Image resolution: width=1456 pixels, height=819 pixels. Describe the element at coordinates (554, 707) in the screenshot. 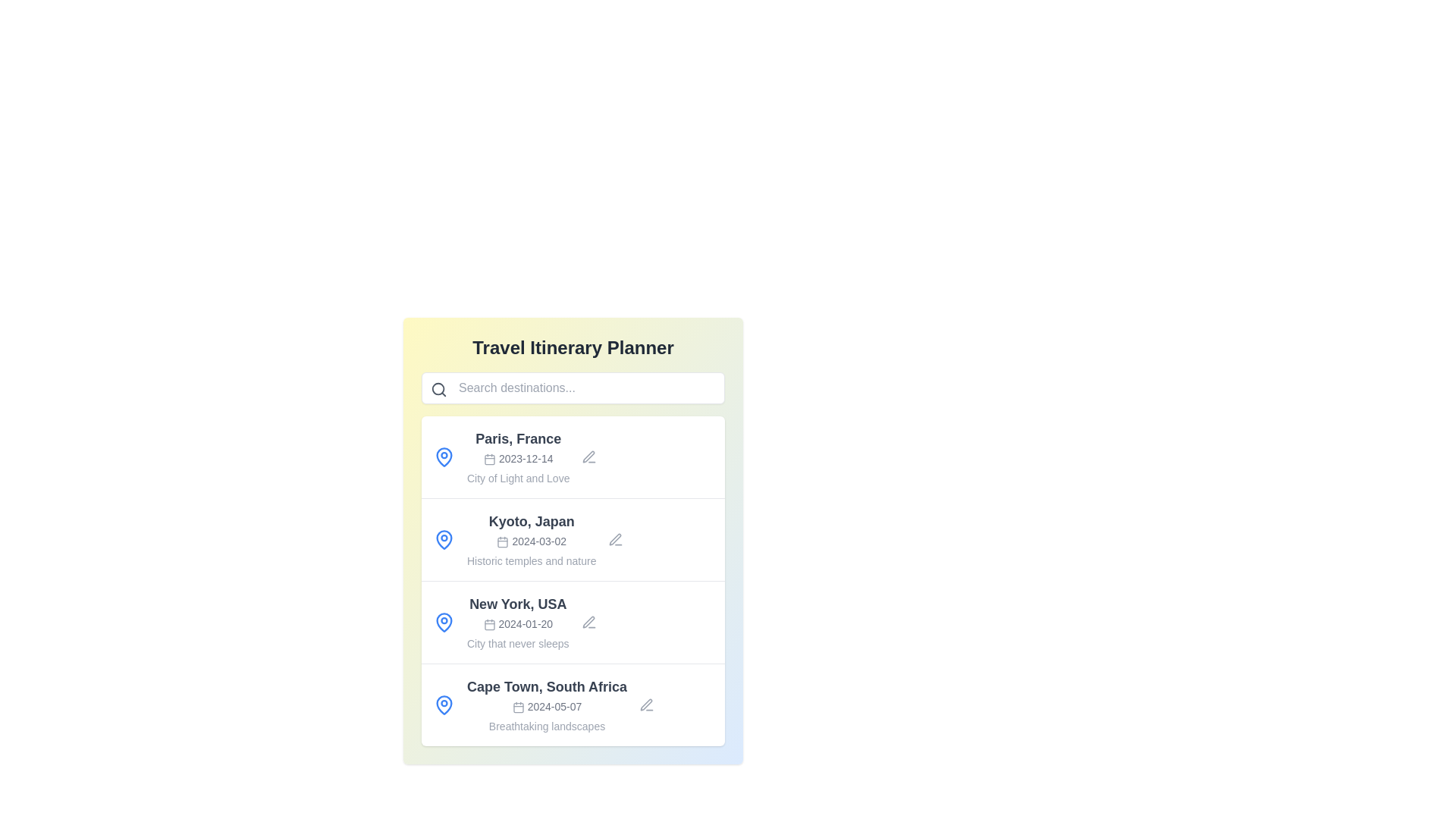

I see `the text label displaying the date for the travel destination 'Cape Town, South Africa', which is located to the right of the calendar icon and above a descriptive text line` at that location.